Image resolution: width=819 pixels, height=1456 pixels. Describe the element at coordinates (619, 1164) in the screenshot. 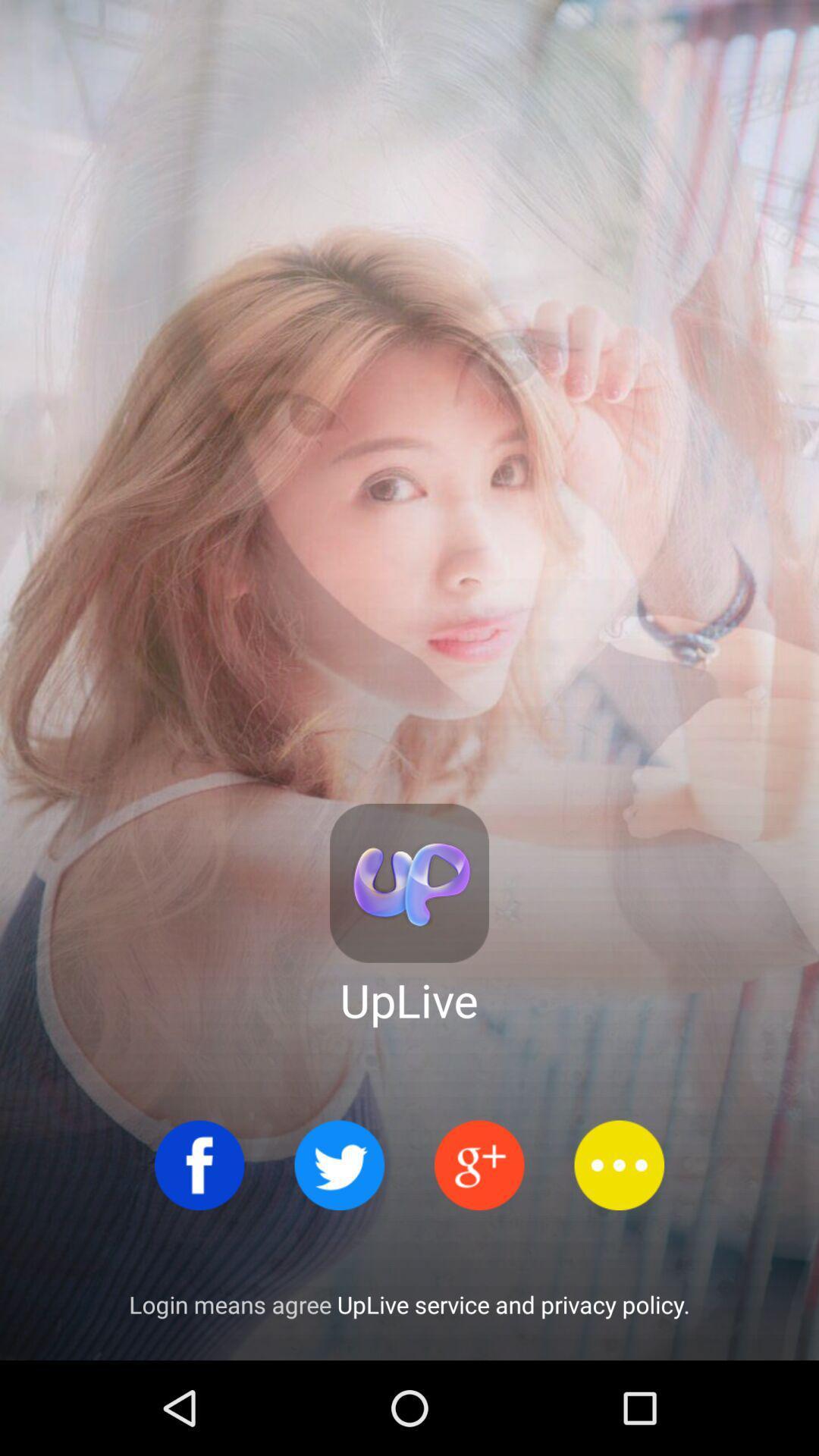

I see `the more icon` at that location.